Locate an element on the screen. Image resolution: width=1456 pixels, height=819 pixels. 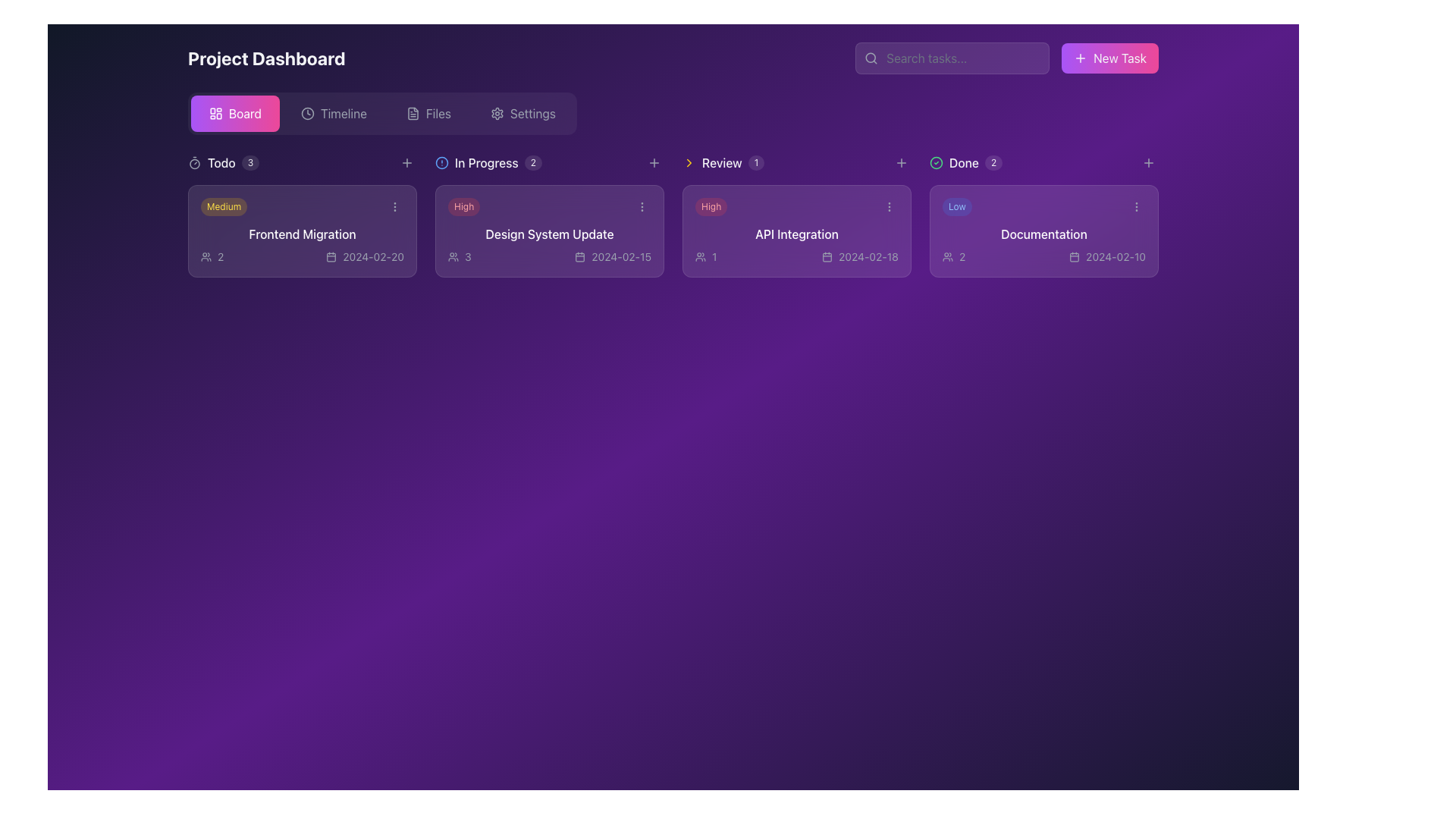
the 'Design System Update' task card in the 'In Progress' column for inline editing is located at coordinates (548, 231).